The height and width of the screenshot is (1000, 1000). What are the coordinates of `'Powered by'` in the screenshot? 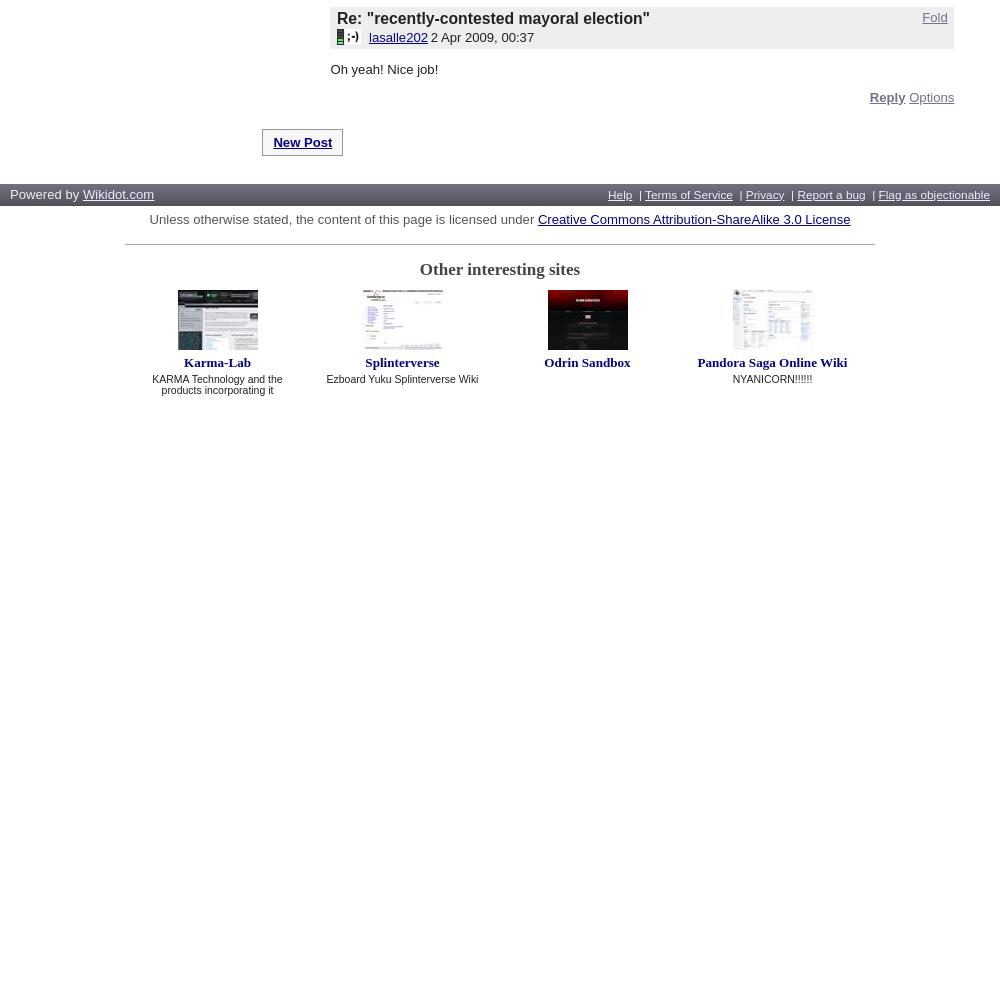 It's located at (46, 192).